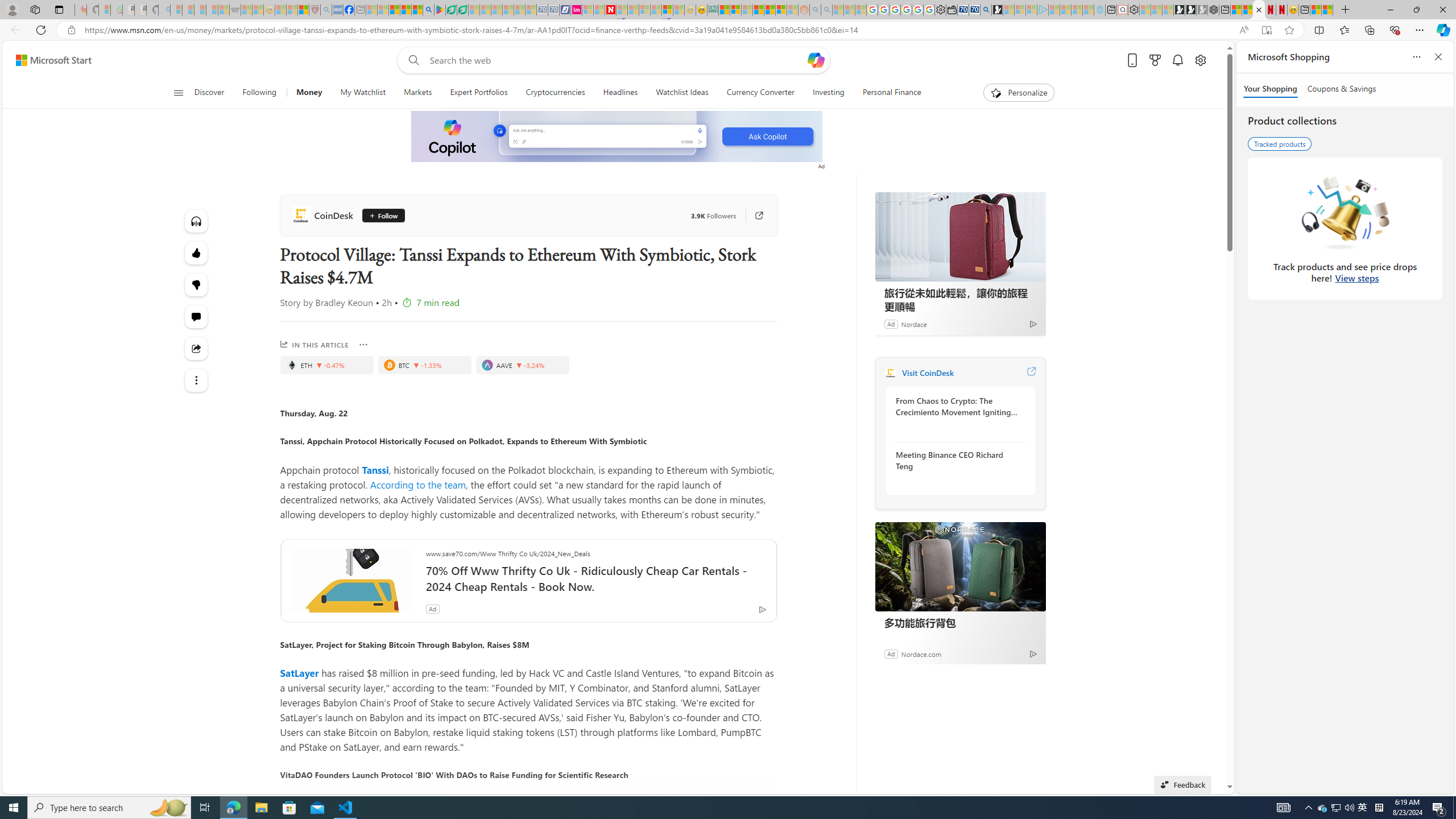  Describe the element at coordinates (920, 653) in the screenshot. I see `'Nordace.com'` at that location.